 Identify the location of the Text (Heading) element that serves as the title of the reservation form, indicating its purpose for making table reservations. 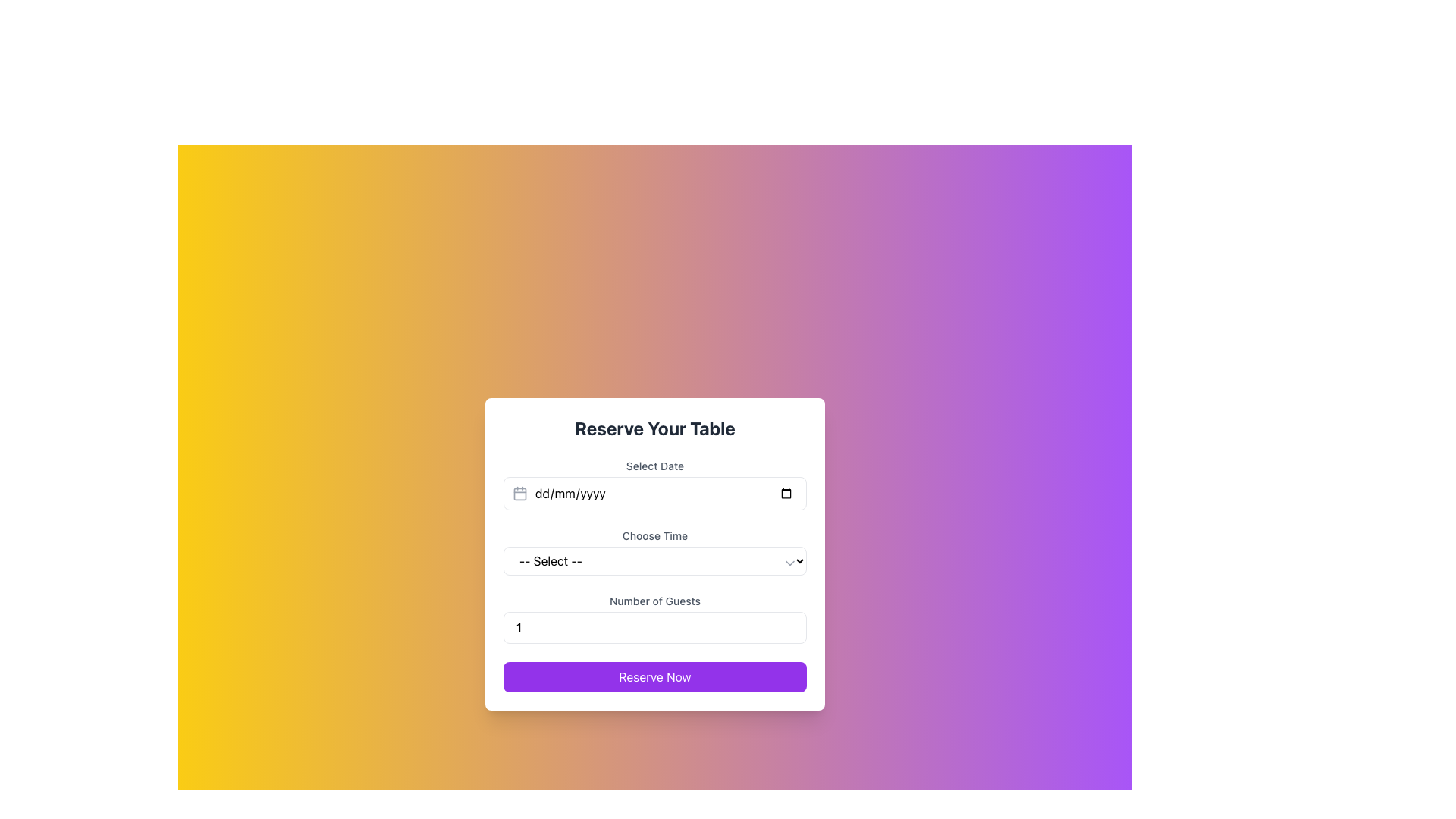
(655, 428).